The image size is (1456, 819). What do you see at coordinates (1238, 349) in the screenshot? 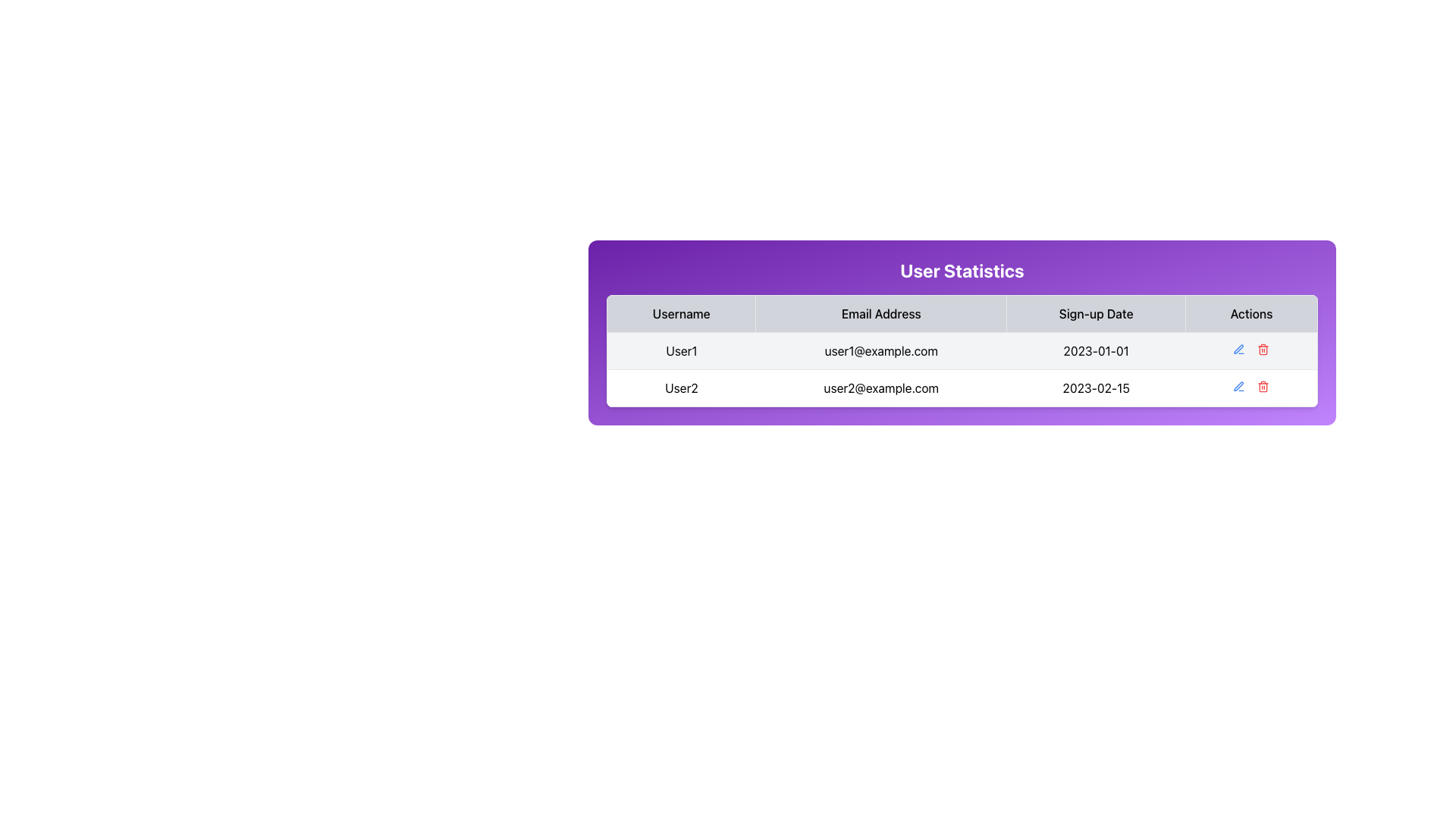
I see `the edit tool button located in the 'Actions' column next to the username 'User2'` at bounding box center [1238, 349].